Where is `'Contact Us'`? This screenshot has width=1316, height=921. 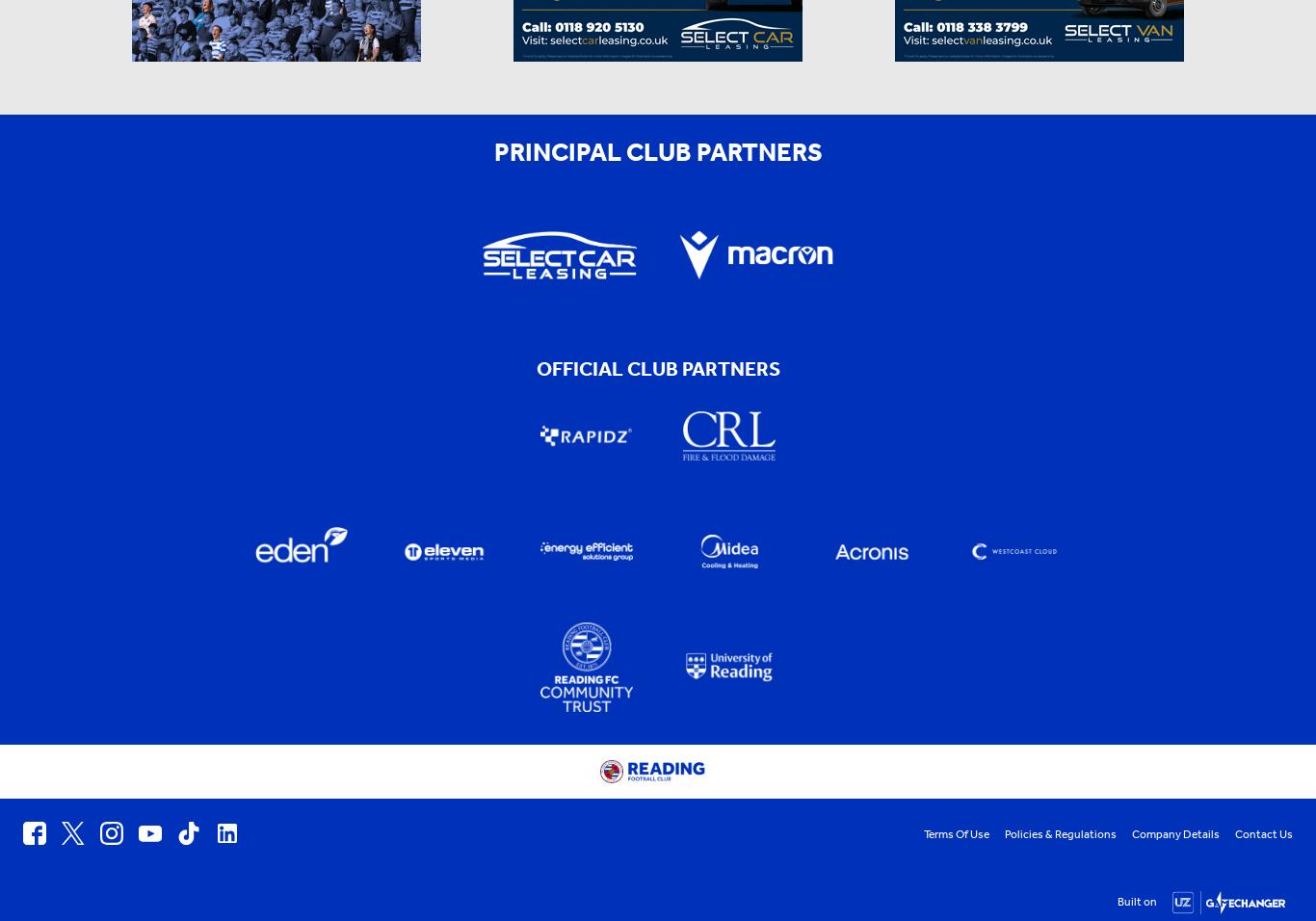 'Contact Us' is located at coordinates (1263, 834).